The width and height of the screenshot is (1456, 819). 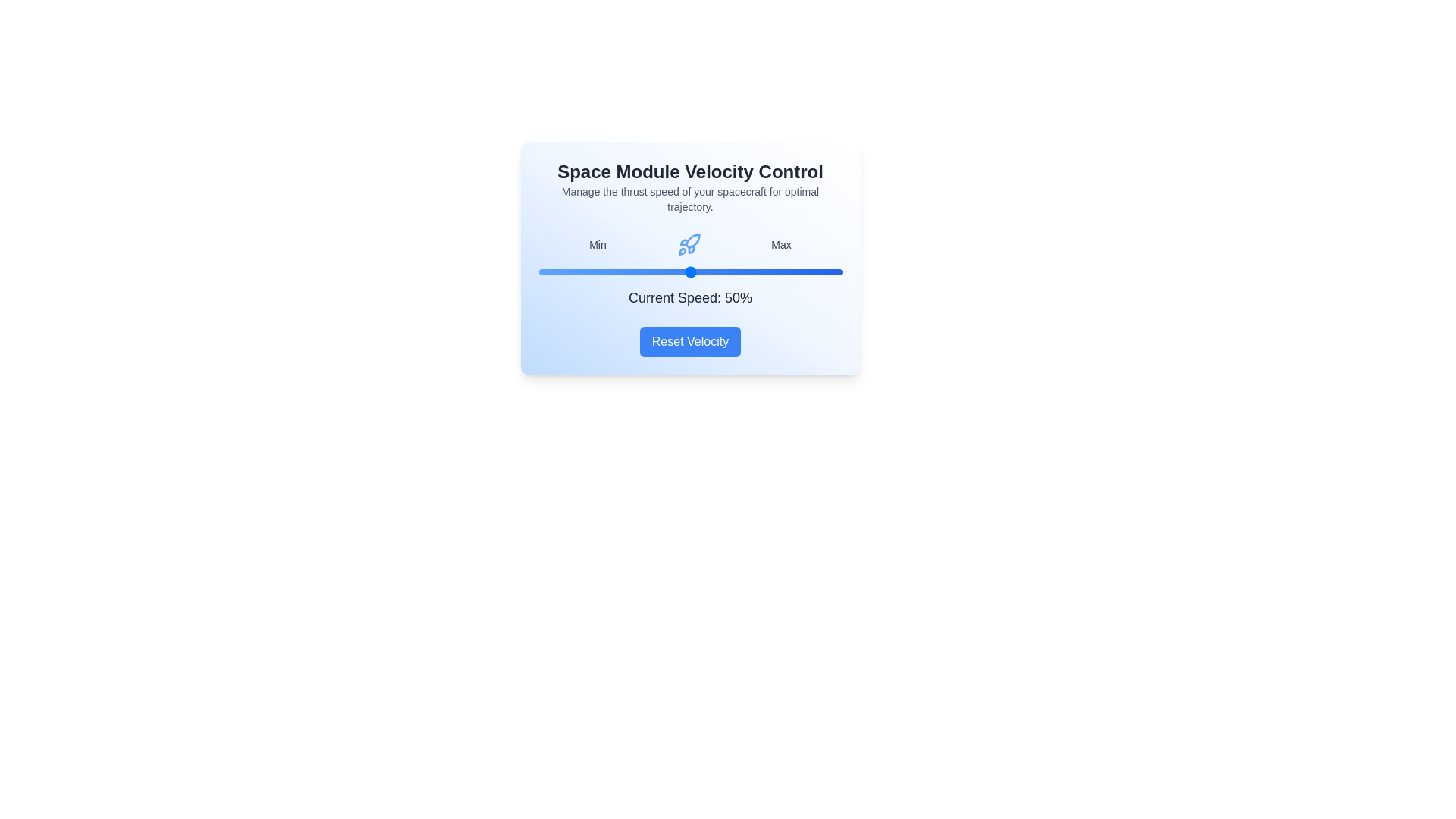 I want to click on the speed slider to set the speed to 99%, so click(x=838, y=271).